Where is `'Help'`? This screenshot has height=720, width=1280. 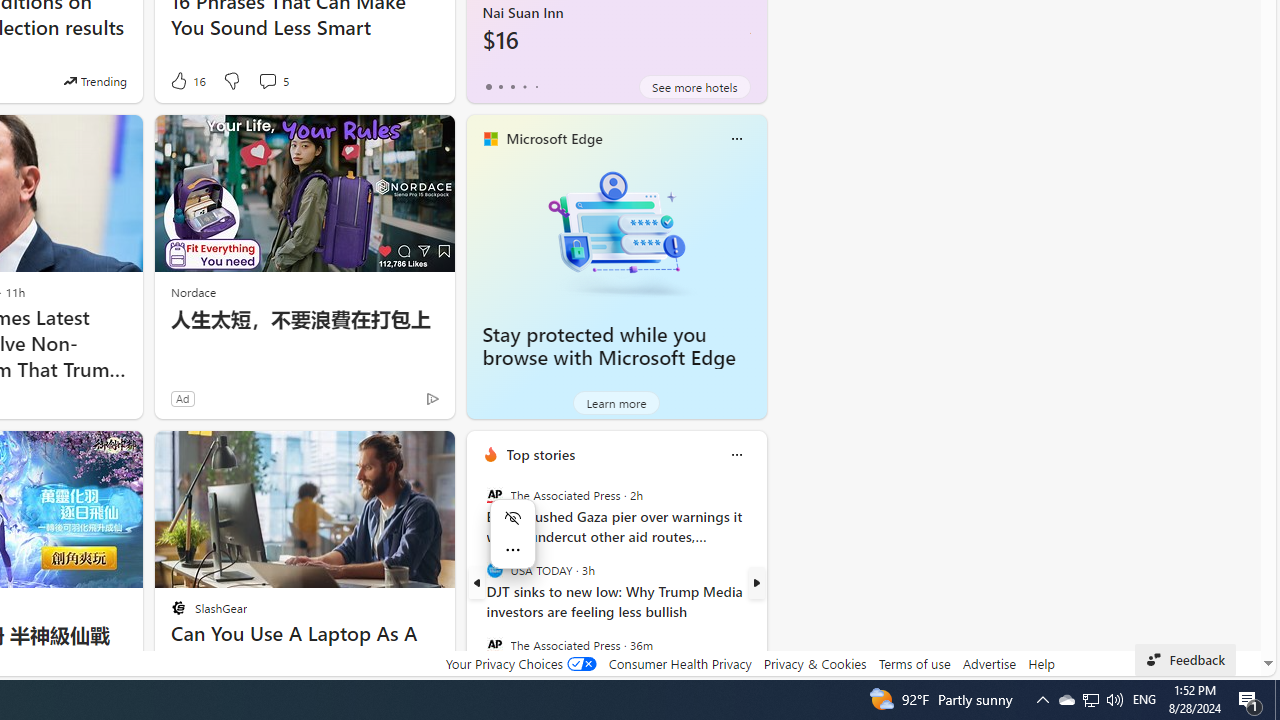 'Help' is located at coordinates (1040, 663).